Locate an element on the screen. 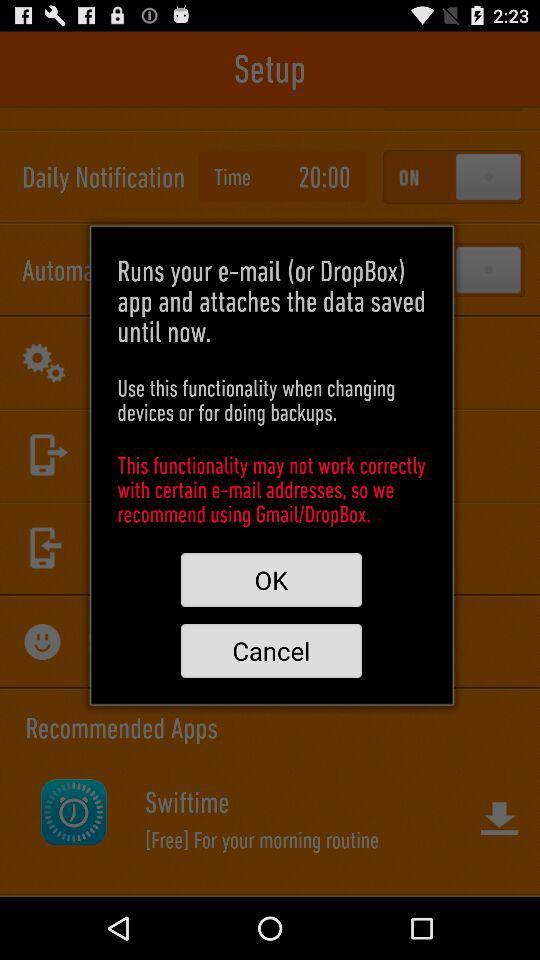 The image size is (540, 960). ok icon is located at coordinates (270, 580).